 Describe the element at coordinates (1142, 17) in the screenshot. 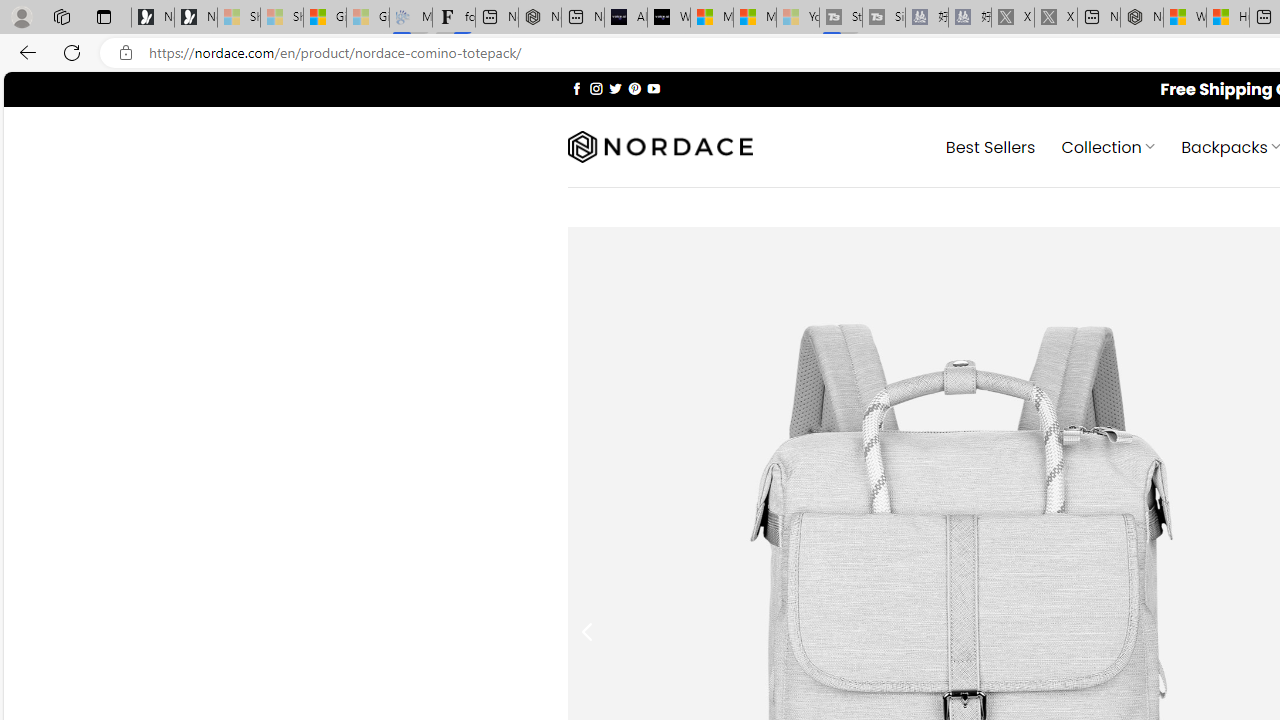

I see `'Nordace - My Account'` at that location.